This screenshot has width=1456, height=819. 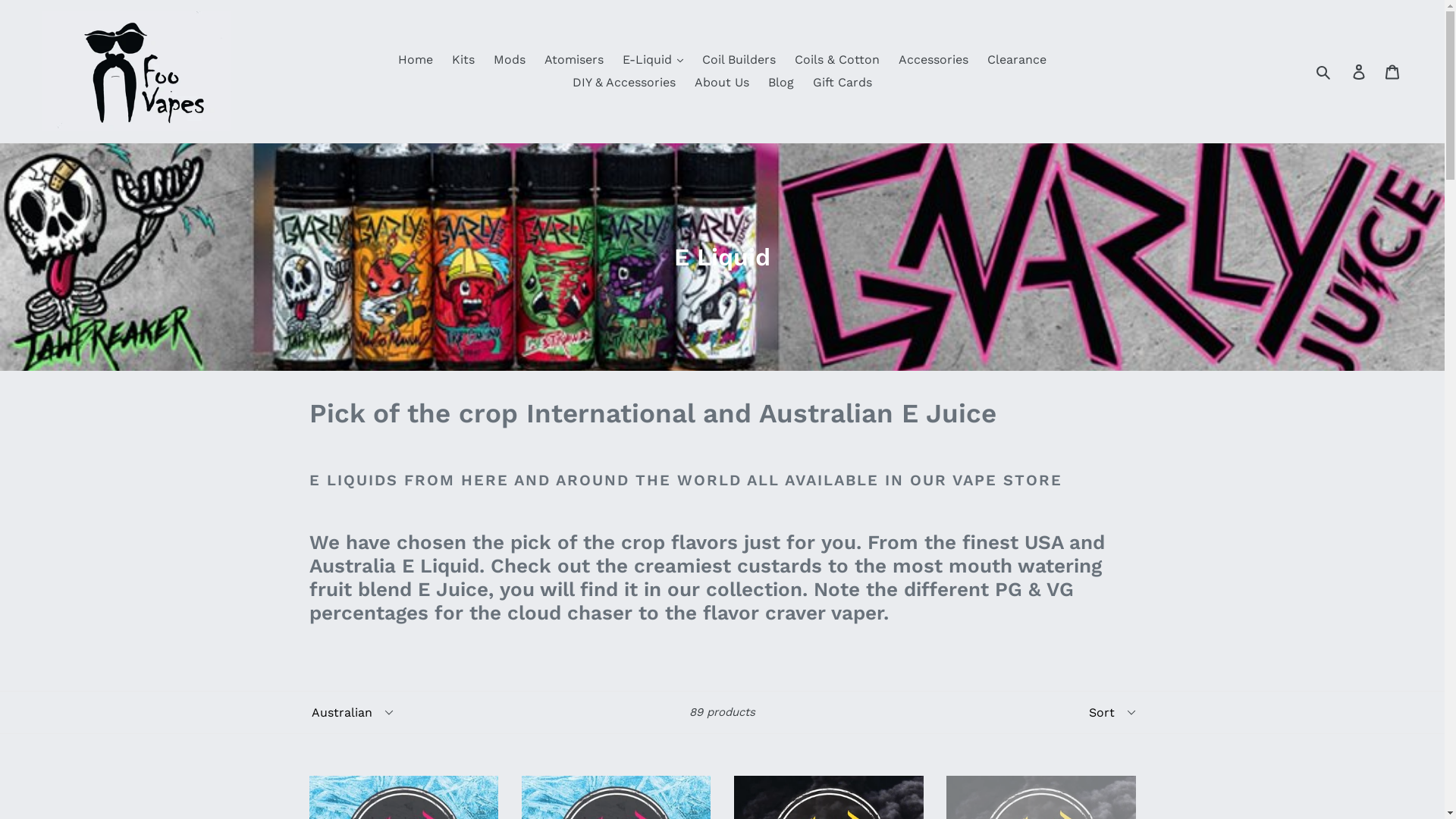 I want to click on 'Accessories', so click(x=932, y=58).